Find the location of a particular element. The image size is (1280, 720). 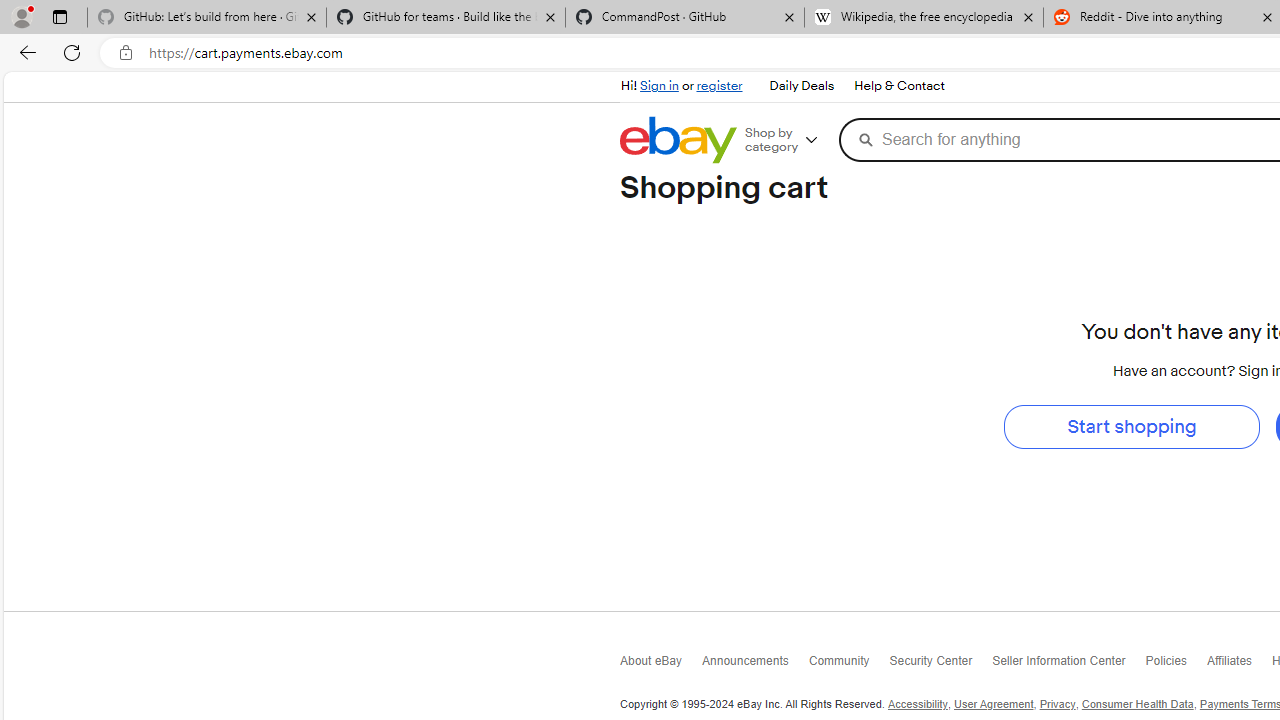

'Policies' is located at coordinates (1176, 666).